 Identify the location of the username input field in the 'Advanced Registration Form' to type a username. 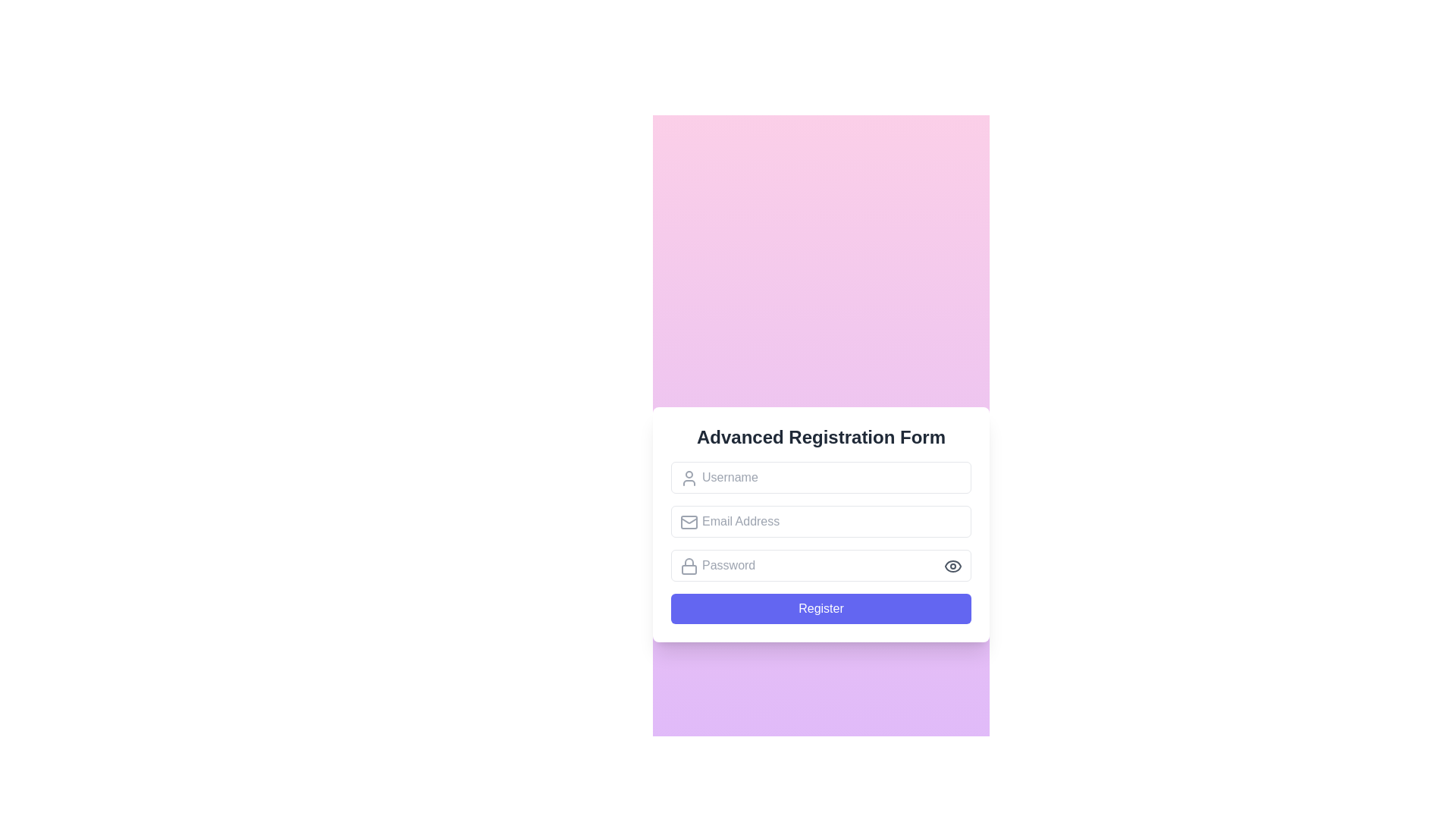
(821, 476).